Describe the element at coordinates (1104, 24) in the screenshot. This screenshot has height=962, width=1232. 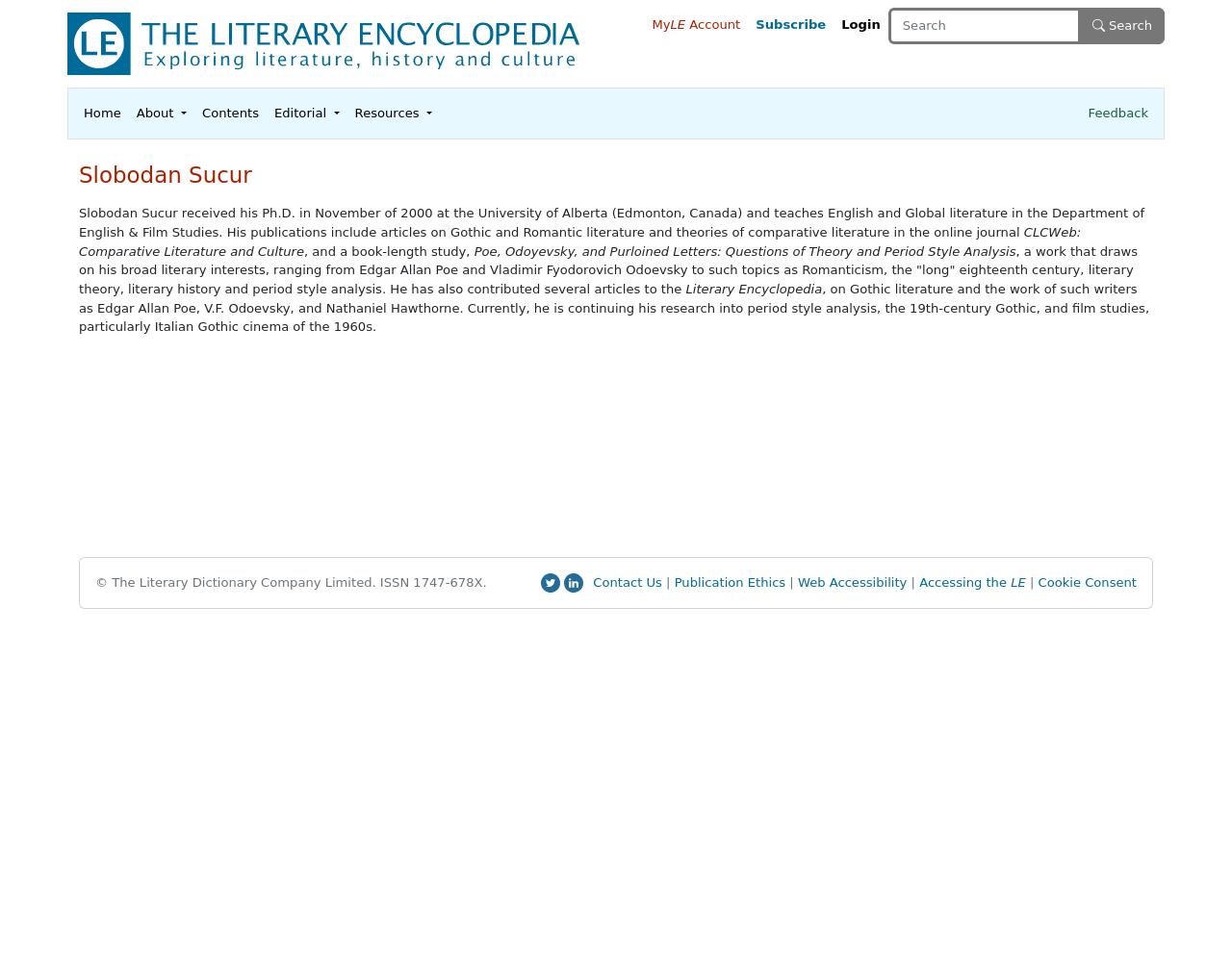
I see `'Search'` at that location.